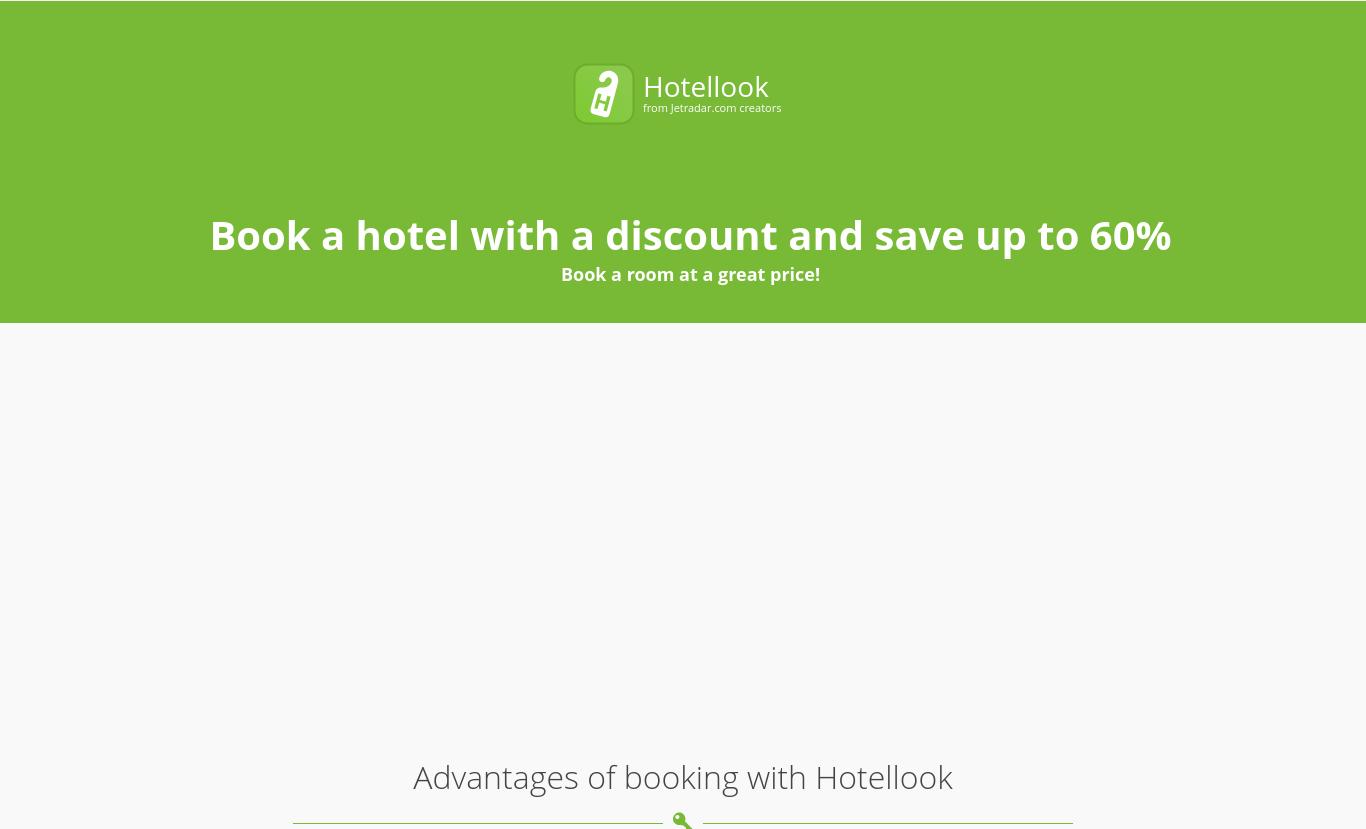  I want to click on 'We search both the largest booking websites and small local systems. Oftentimes, small family hotels are not listed on large booking websites.', so click(711, 419).